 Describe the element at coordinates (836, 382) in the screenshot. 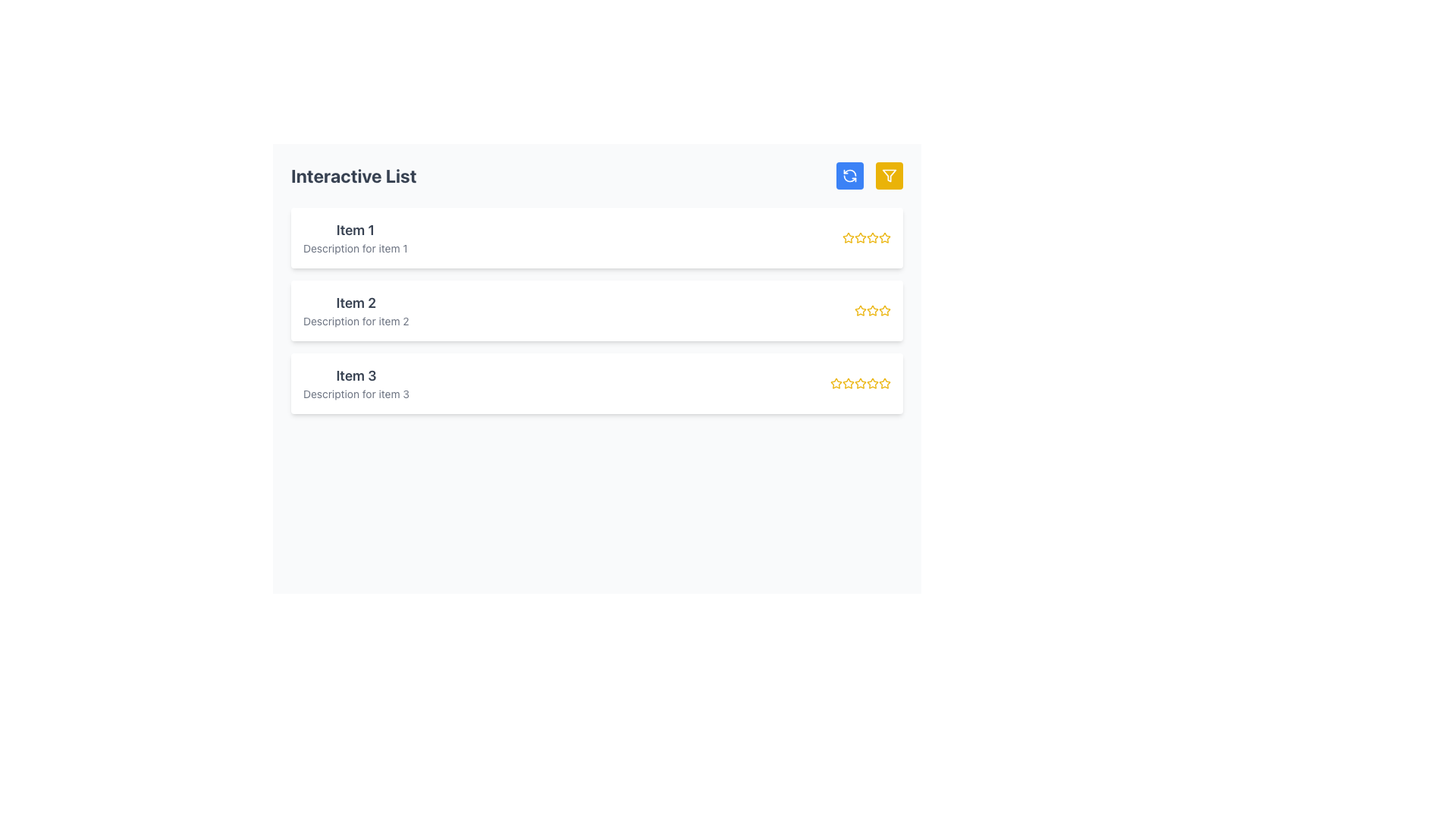

I see `the Star Rating Icon representing the rating selection option for 'Item 3', which is the first in a group of rating icons positioned to the right of 'Item 3'` at that location.